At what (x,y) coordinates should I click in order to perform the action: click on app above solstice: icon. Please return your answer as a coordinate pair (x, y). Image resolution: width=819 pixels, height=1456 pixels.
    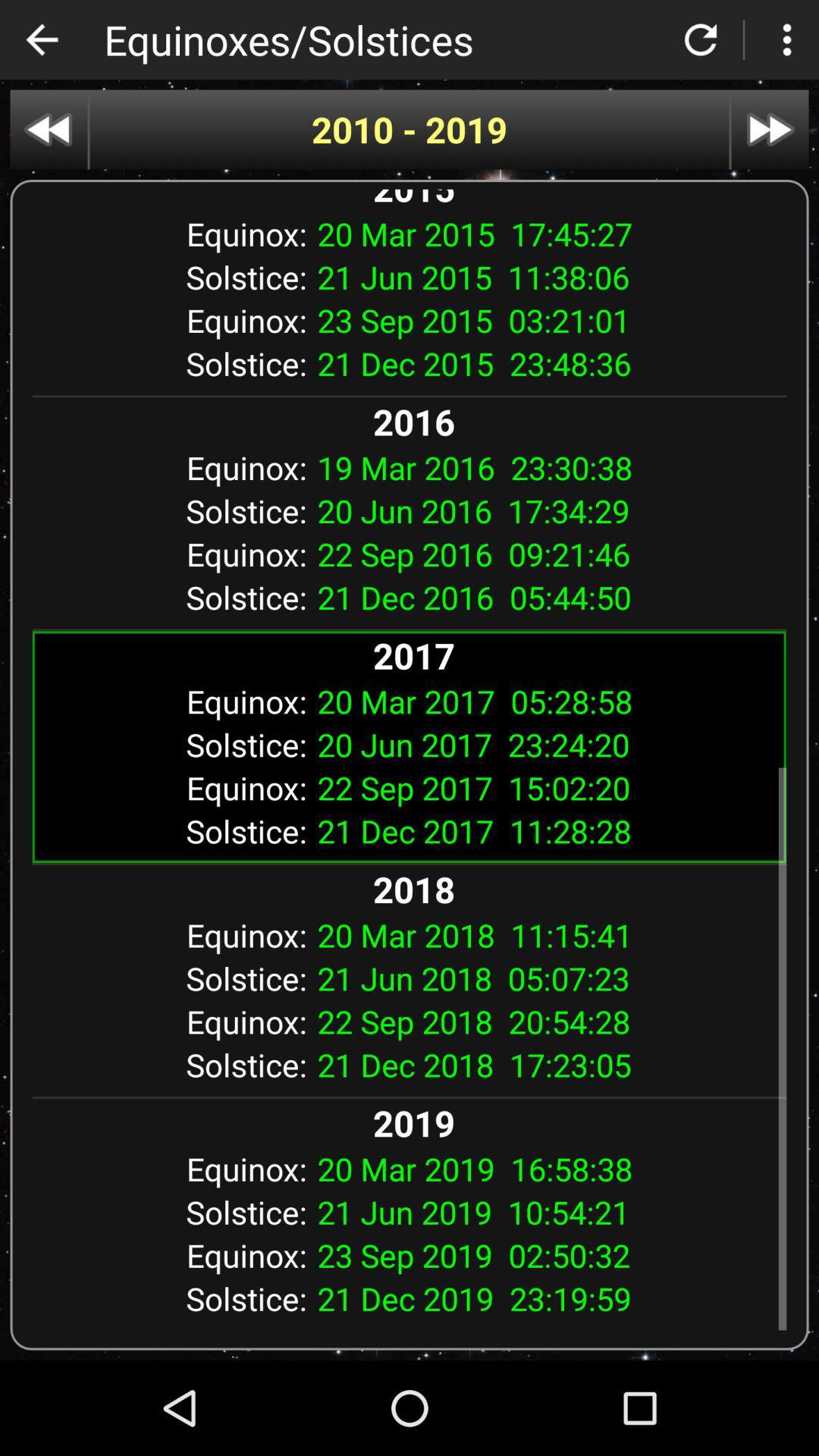
    Looking at the image, I should click on (546, 466).